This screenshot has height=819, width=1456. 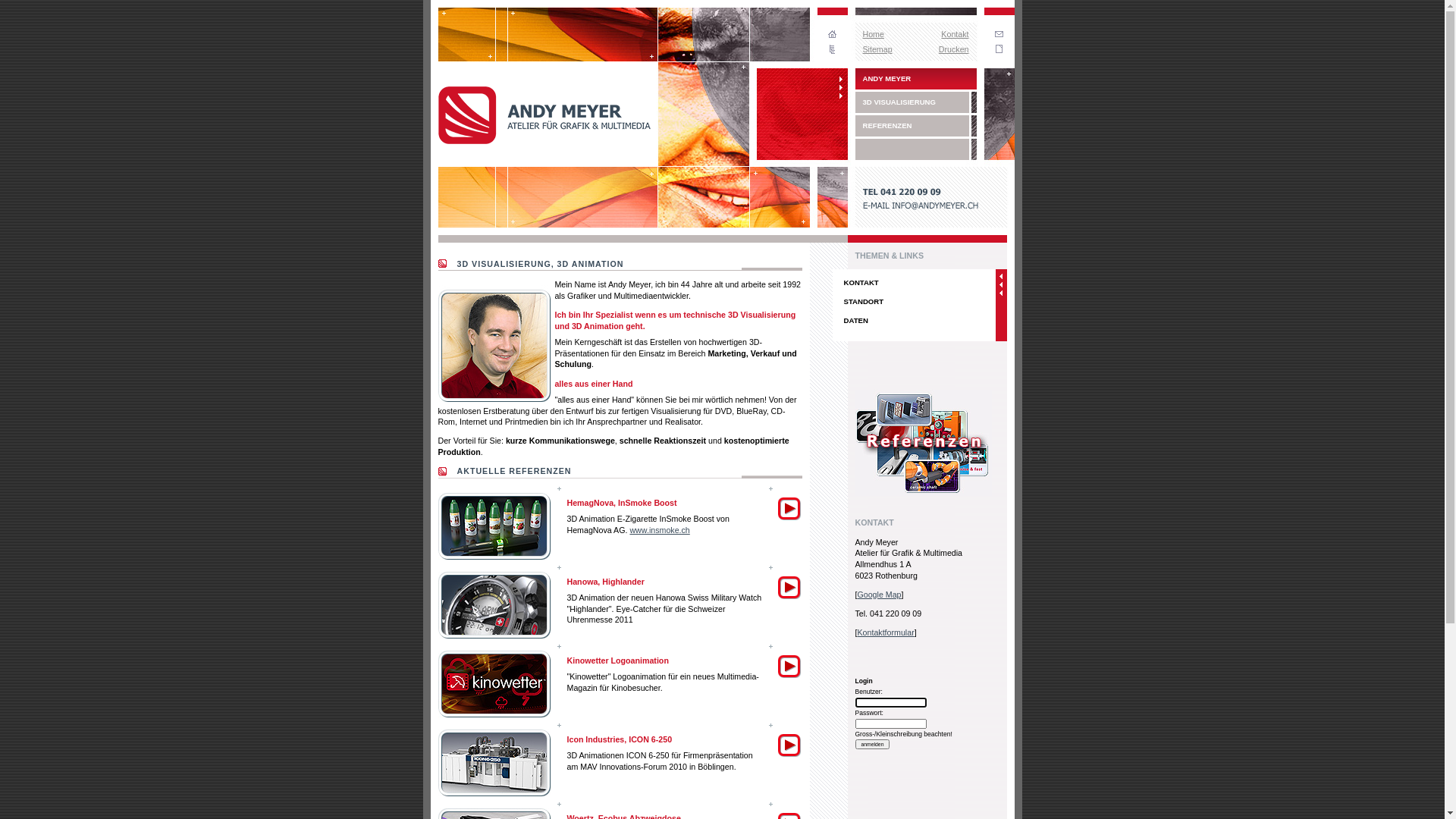 I want to click on 'Google Map', so click(x=878, y=593).